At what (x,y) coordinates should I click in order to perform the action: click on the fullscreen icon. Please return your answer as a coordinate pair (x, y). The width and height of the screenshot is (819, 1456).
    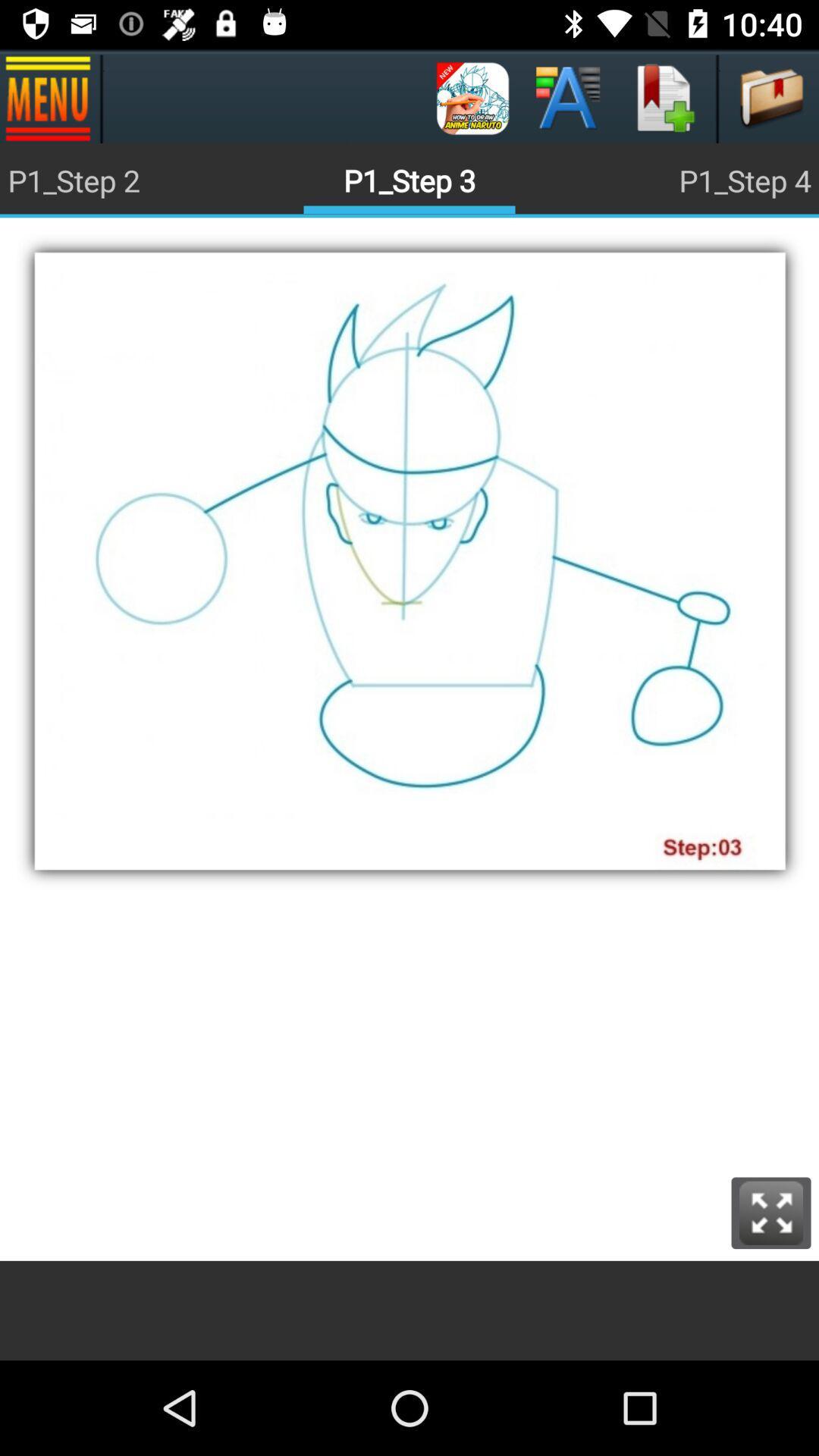
    Looking at the image, I should click on (771, 1212).